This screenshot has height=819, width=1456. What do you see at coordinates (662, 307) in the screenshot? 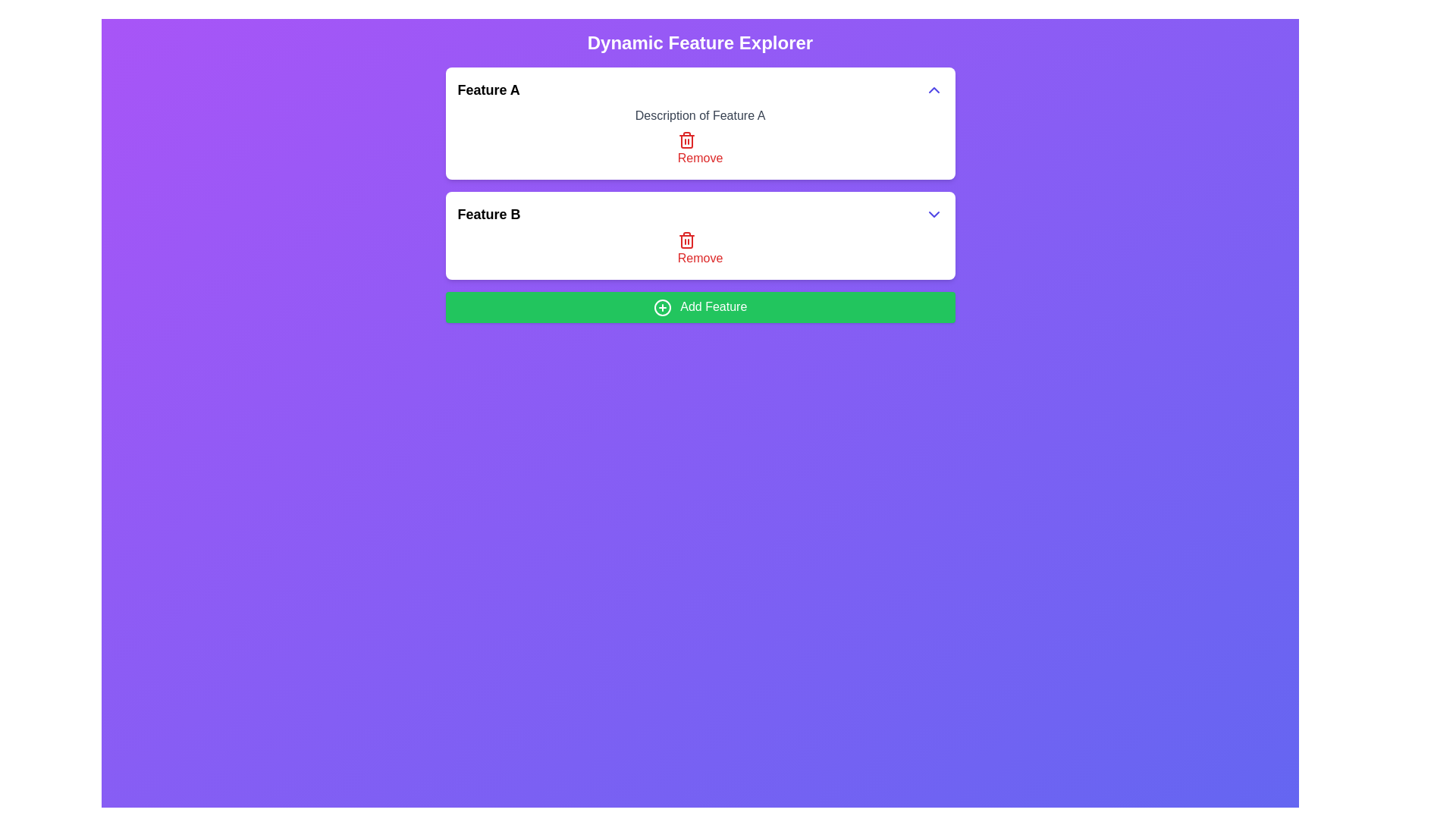
I see `the graphical icon located to the left of the text in the green button labeled 'Add Feature' near the bottom center of the interface` at bounding box center [662, 307].